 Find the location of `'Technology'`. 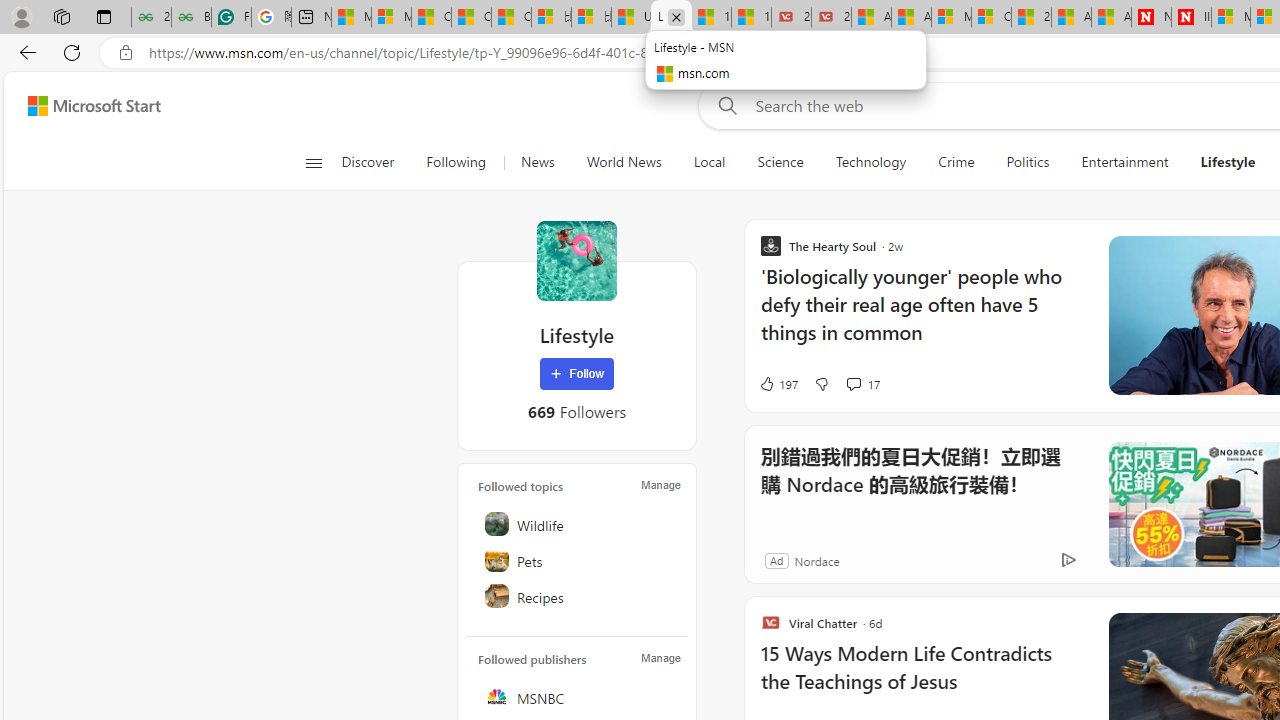

'Technology' is located at coordinates (871, 162).